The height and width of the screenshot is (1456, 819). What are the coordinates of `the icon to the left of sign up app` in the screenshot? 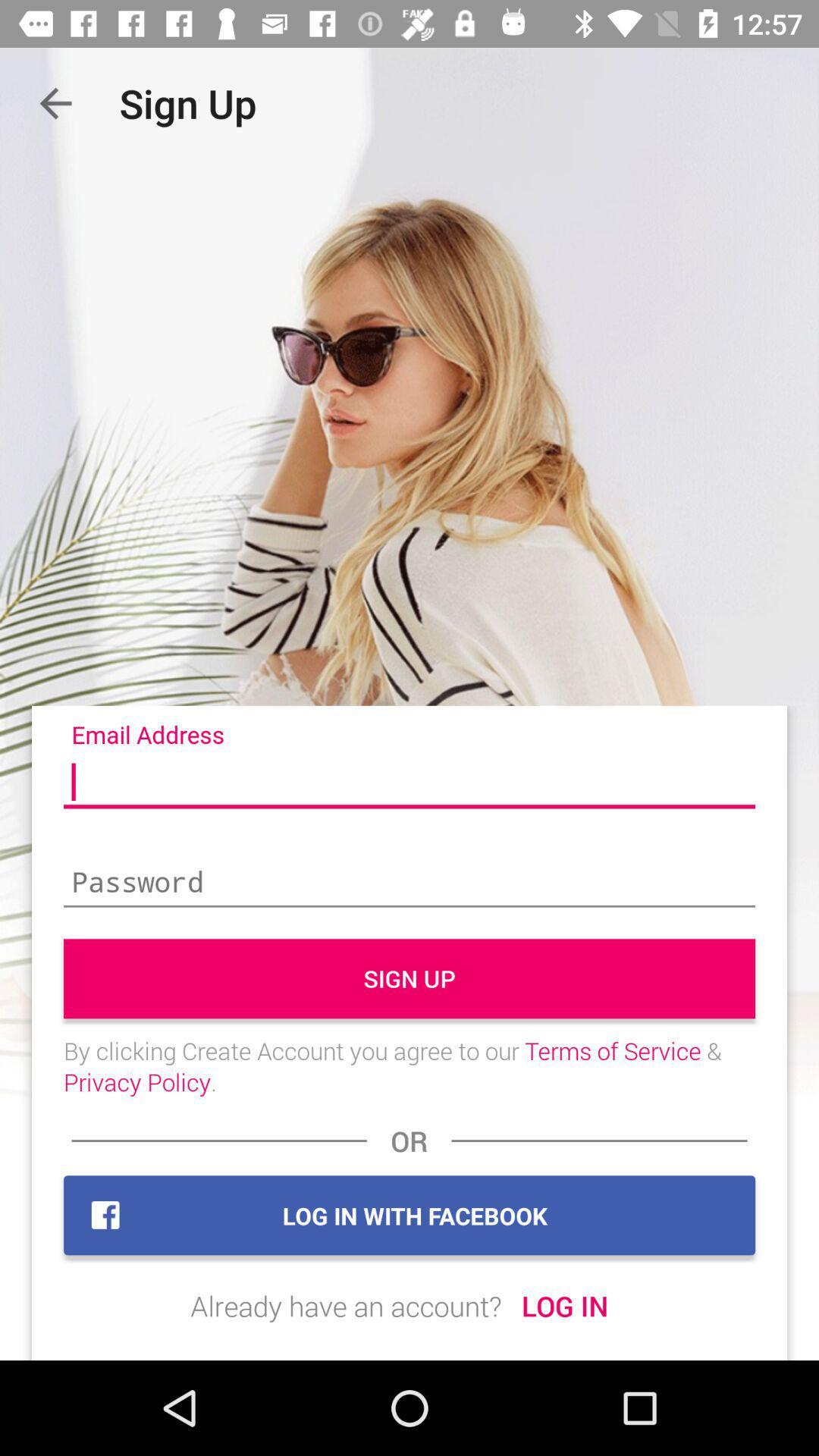 It's located at (55, 102).